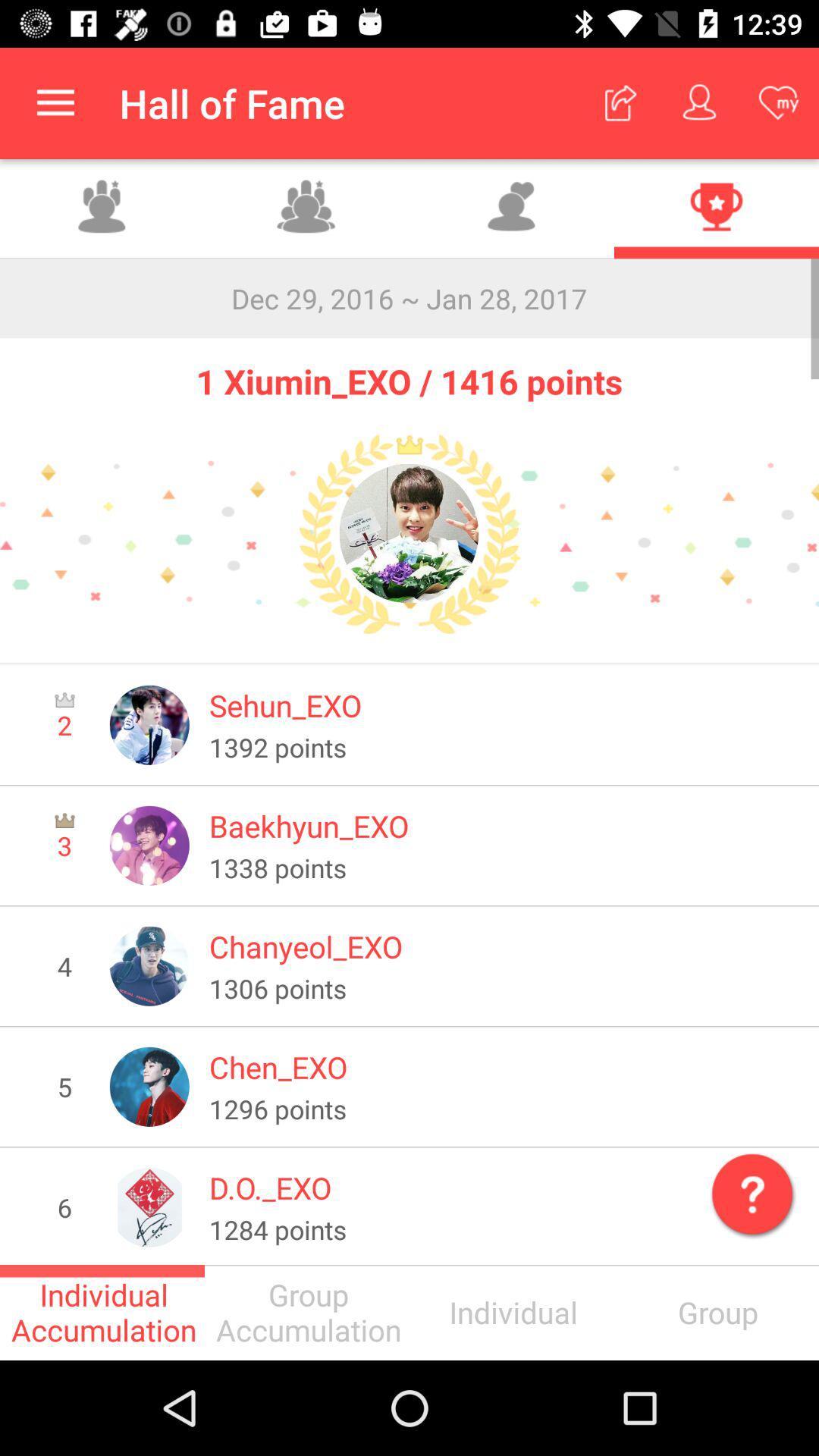 This screenshot has width=819, height=1456. Describe the element at coordinates (717, 208) in the screenshot. I see `item above dec 29 2016 item` at that location.